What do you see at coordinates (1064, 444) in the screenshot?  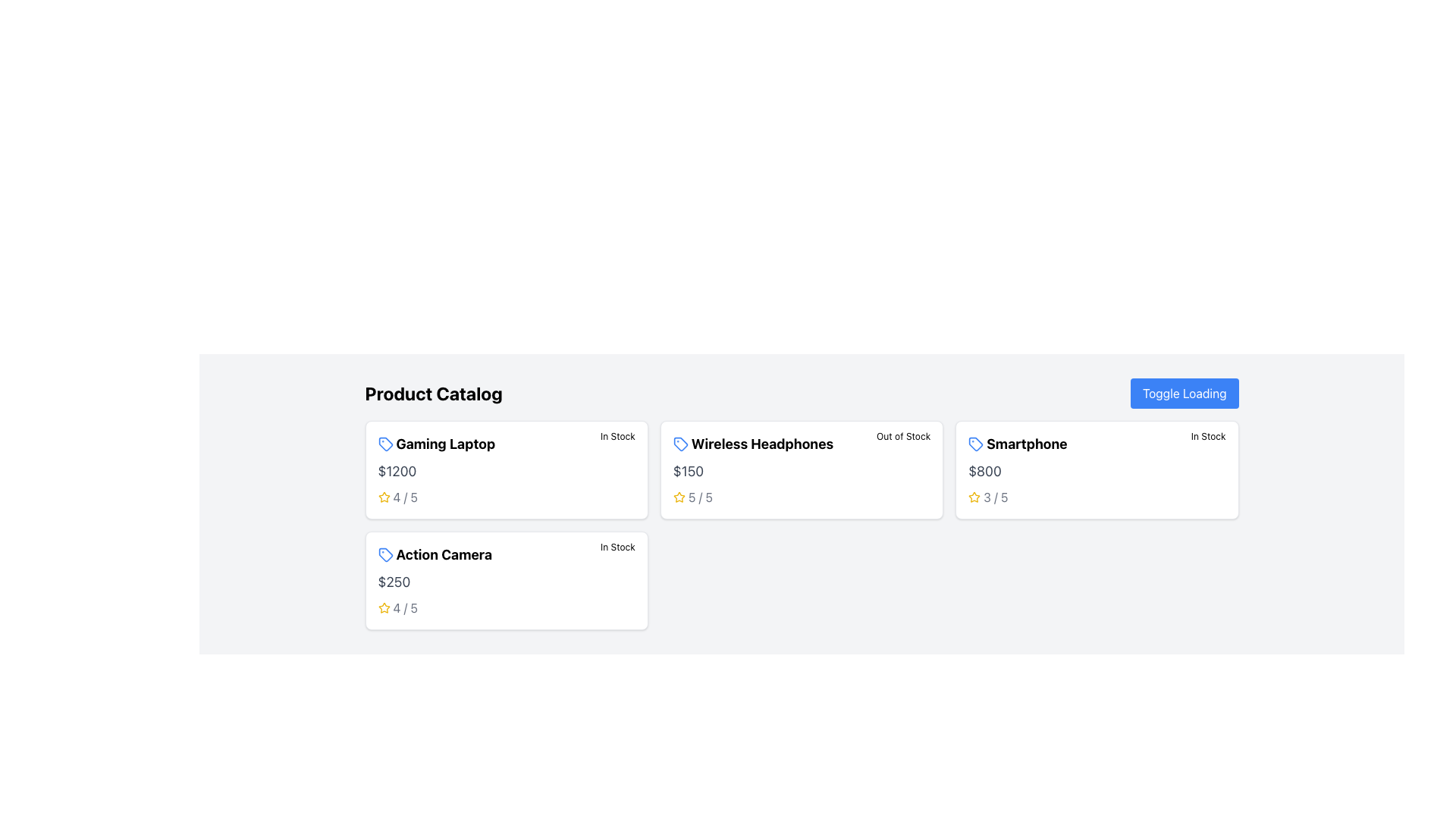 I see `text element displaying 'Smartphone' which features bold black text and a blue icon resembling a tag, located in the third column of a card layout, centered at the top of the card` at bounding box center [1064, 444].